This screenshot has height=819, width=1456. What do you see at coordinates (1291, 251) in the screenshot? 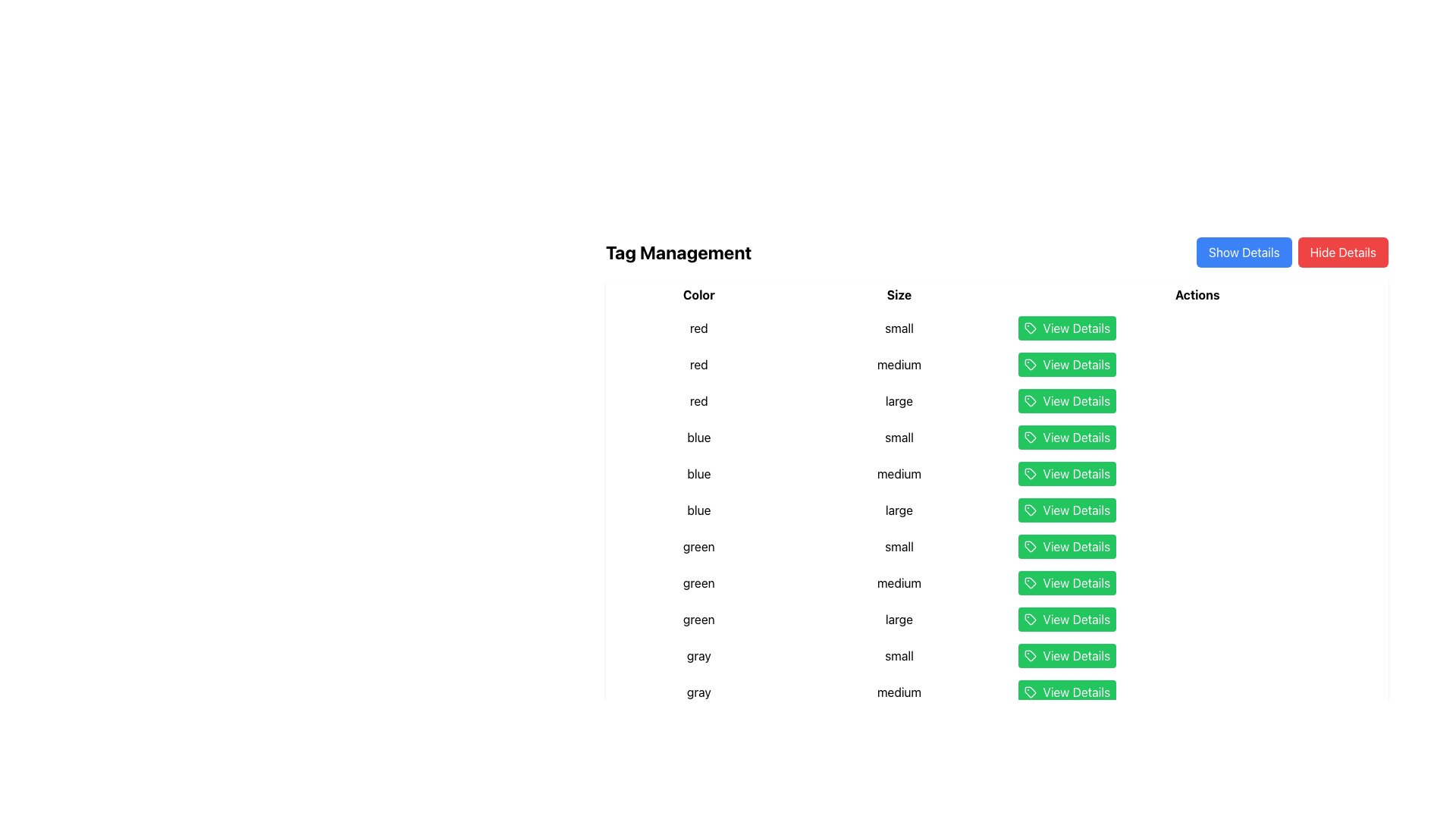
I see `the group of two buttons labeled 'Show Details' and 'Hide Details', which are located in the top-right section of the 'Tag Management' block` at bounding box center [1291, 251].